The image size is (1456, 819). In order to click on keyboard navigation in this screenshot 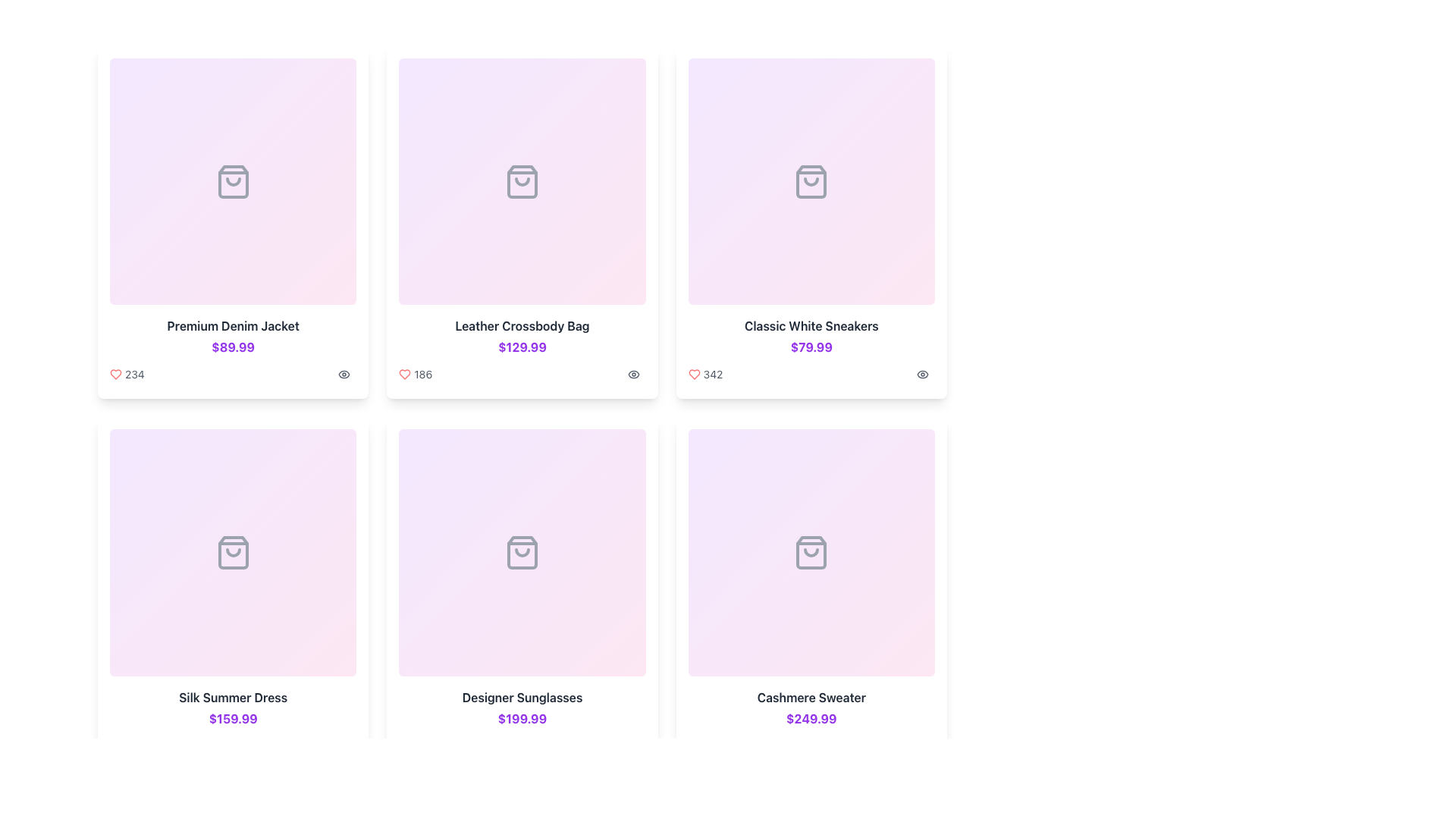, I will do `click(811, 553)`.